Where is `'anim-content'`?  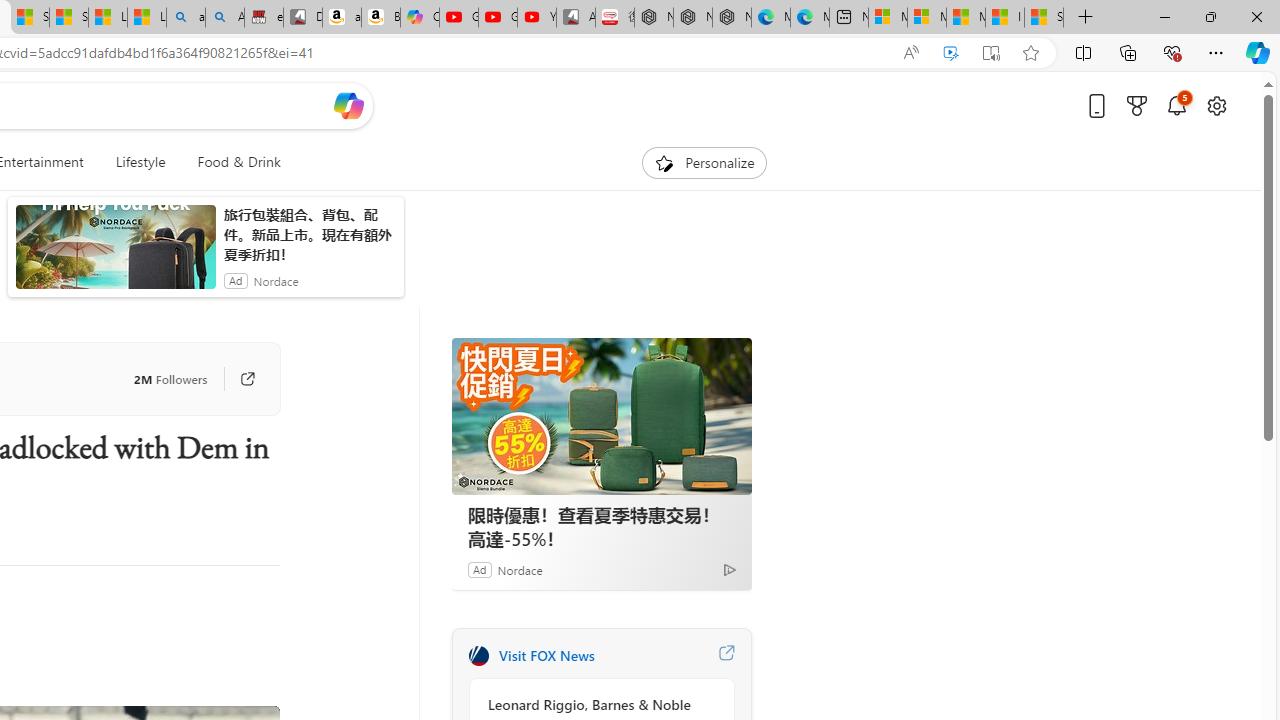
'anim-content' is located at coordinates (114, 254).